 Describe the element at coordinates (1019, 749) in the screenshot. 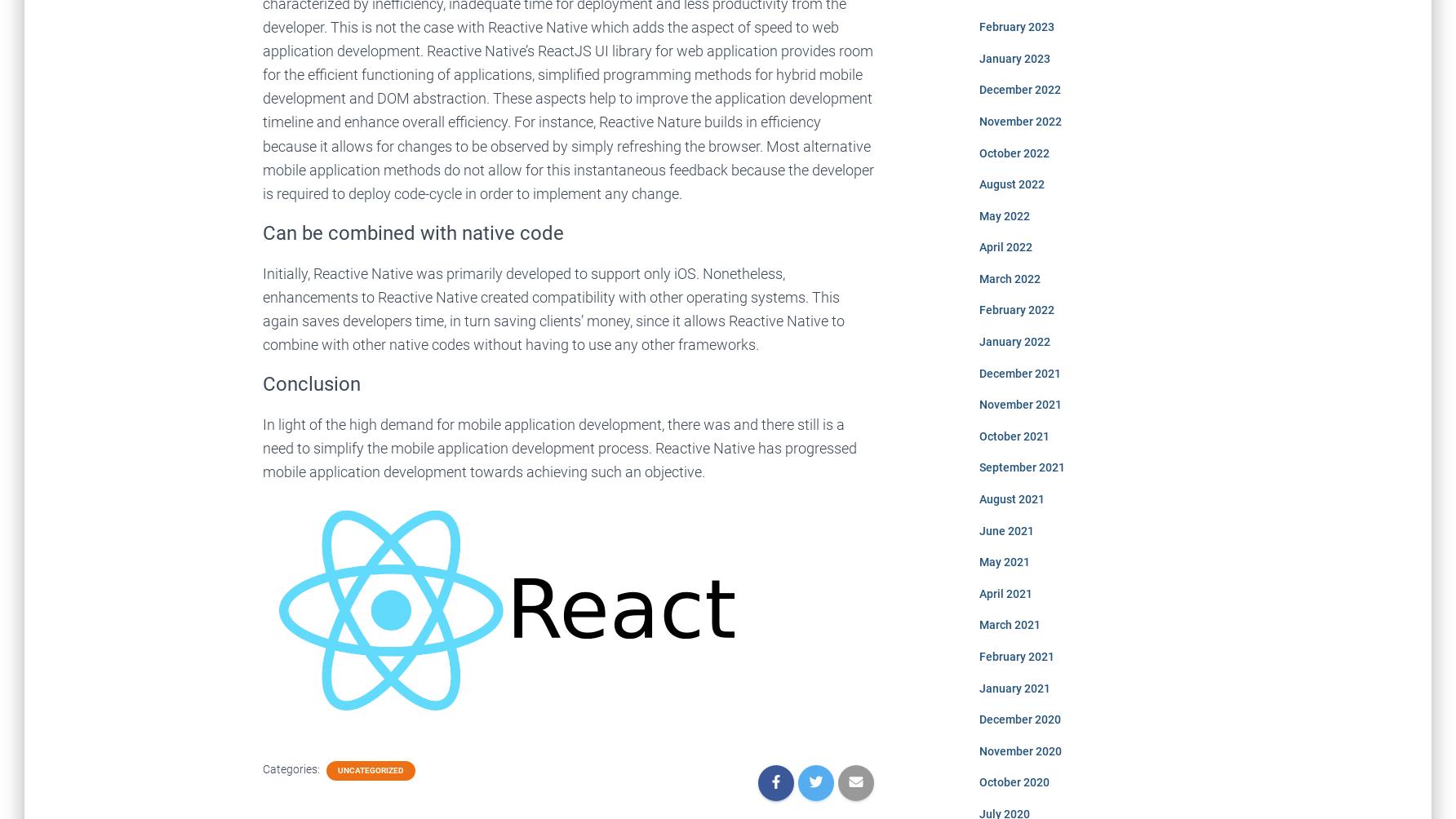

I see `'November 2020'` at that location.